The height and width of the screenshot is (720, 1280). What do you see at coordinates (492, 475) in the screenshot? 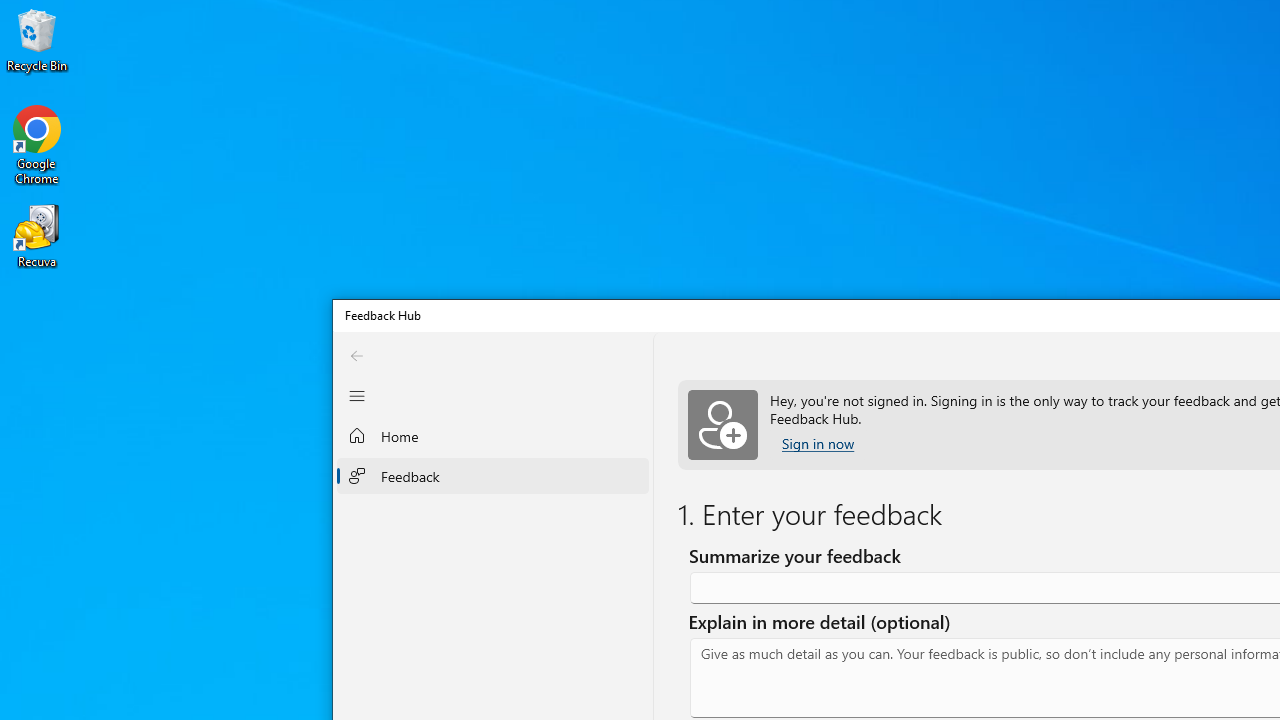
I see `'Feedback'` at bounding box center [492, 475].